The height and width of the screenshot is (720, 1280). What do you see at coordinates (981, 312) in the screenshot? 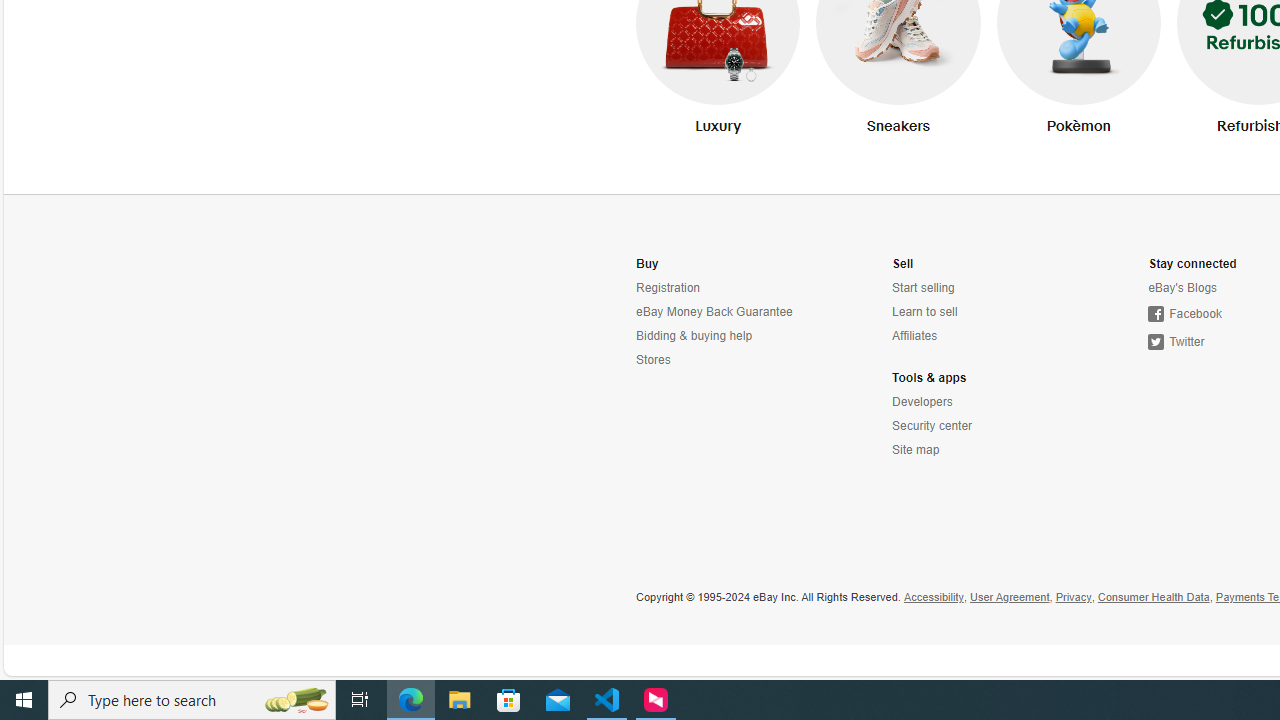
I see `'Learn to sell'` at bounding box center [981, 312].